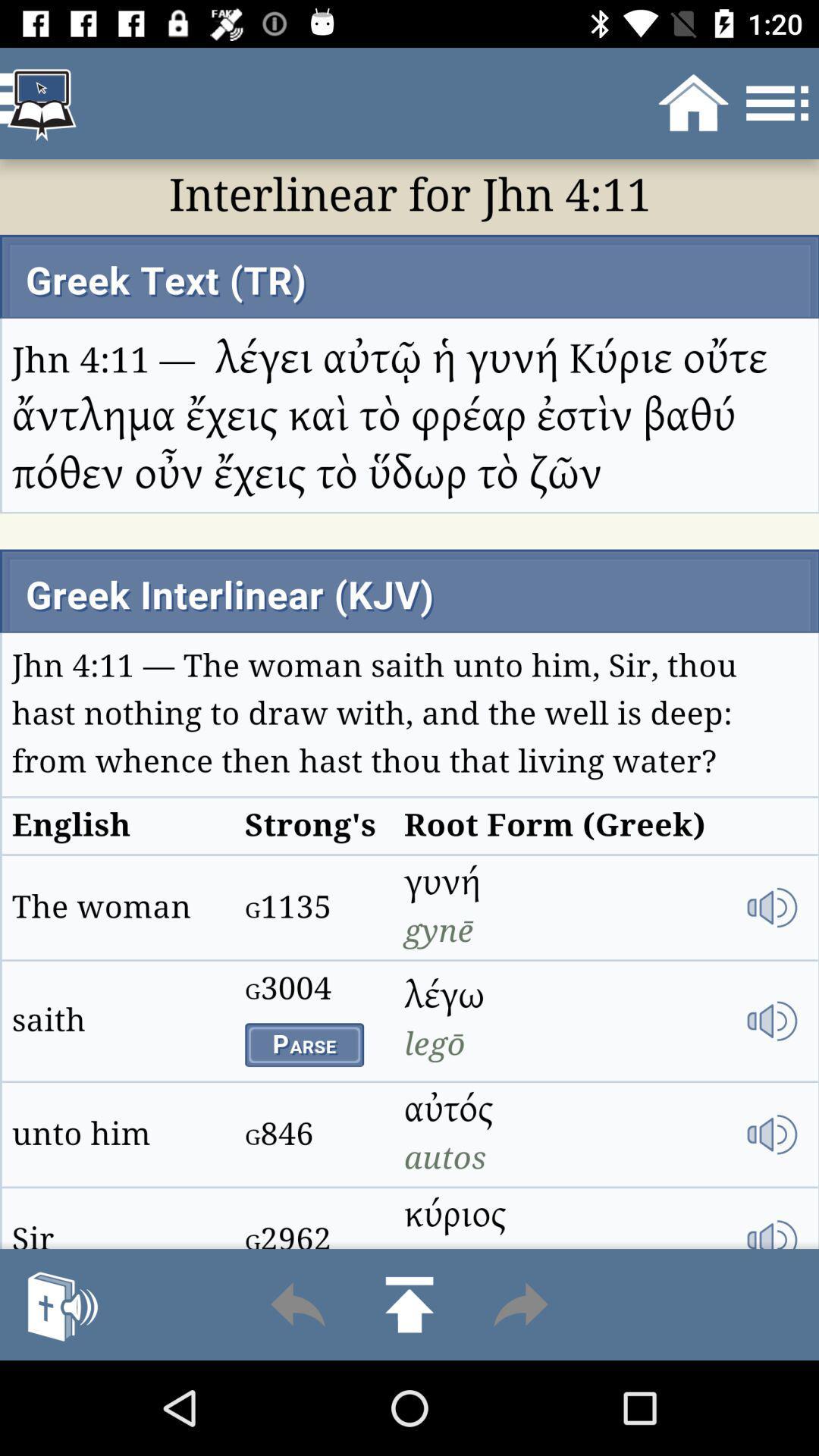 This screenshot has height=1456, width=819. Describe the element at coordinates (409, 1304) in the screenshot. I see `up arrow botton` at that location.